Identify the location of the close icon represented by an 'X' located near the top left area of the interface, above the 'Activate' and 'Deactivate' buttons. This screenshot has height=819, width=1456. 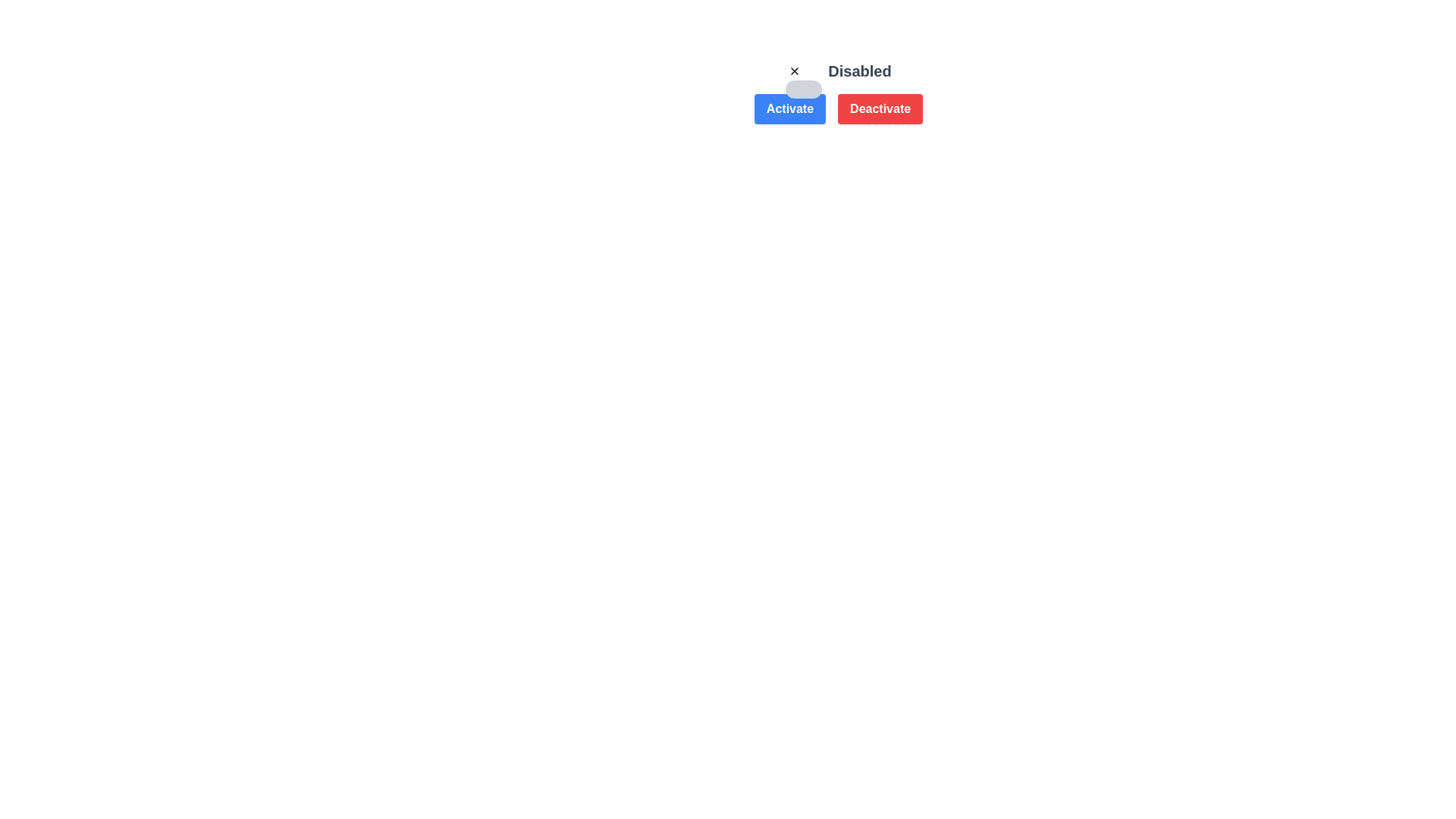
(794, 71).